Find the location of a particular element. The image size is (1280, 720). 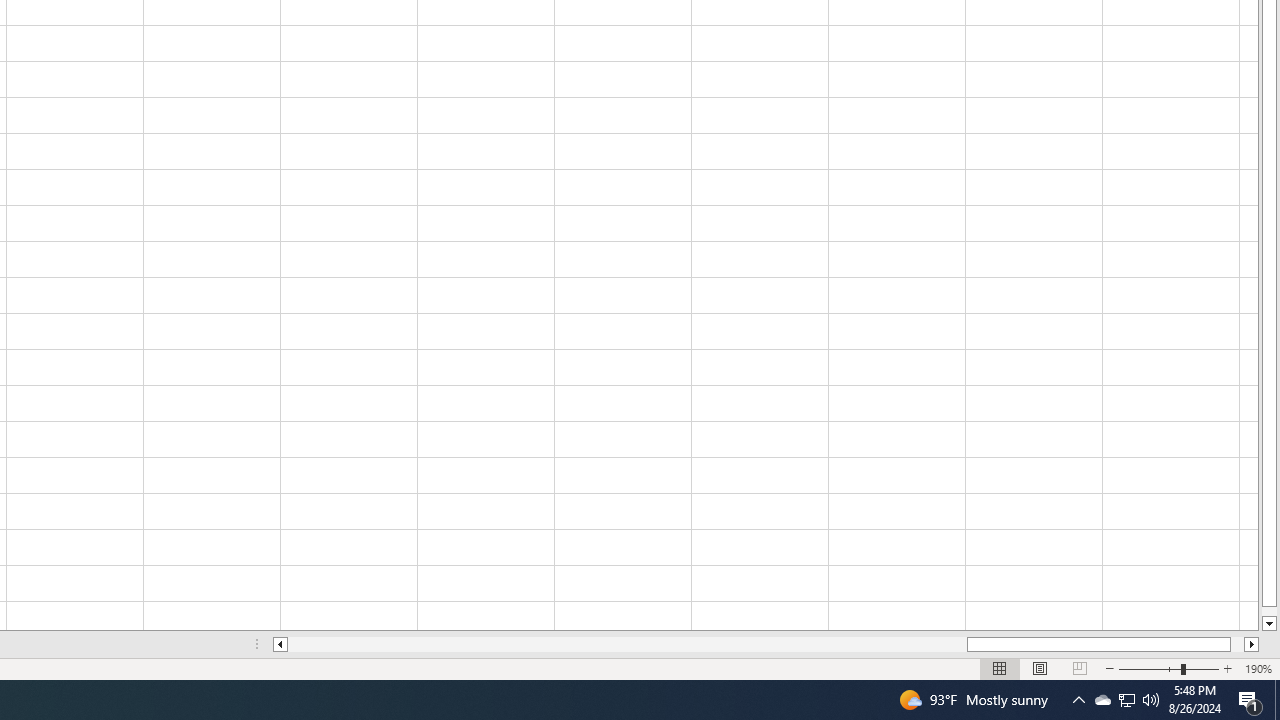

'Line down' is located at coordinates (1268, 623).